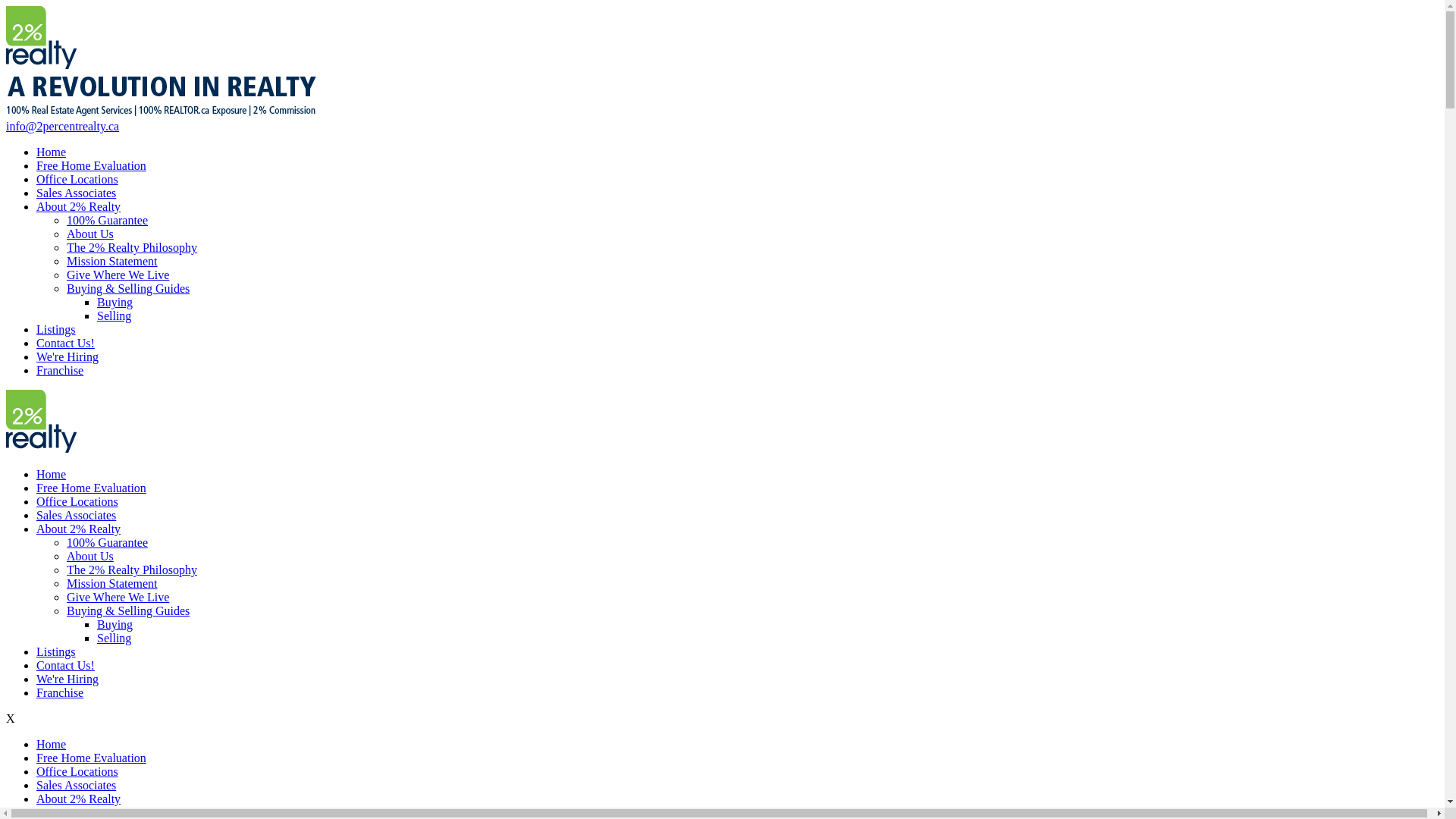  I want to click on 'Sales Associates', so click(75, 514).